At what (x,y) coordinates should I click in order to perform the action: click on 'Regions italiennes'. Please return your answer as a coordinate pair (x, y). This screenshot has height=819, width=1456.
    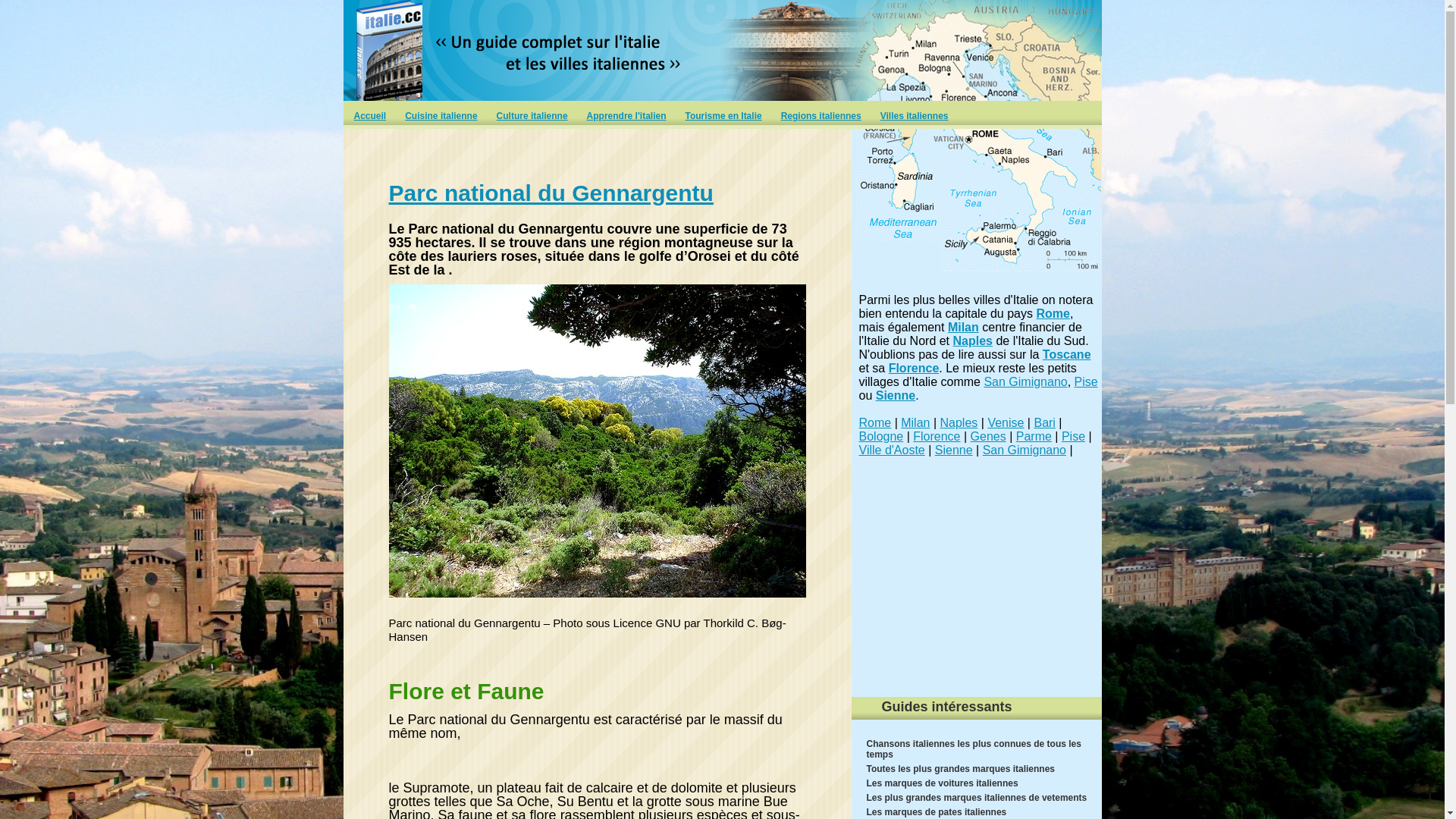
    Looking at the image, I should click on (773, 116).